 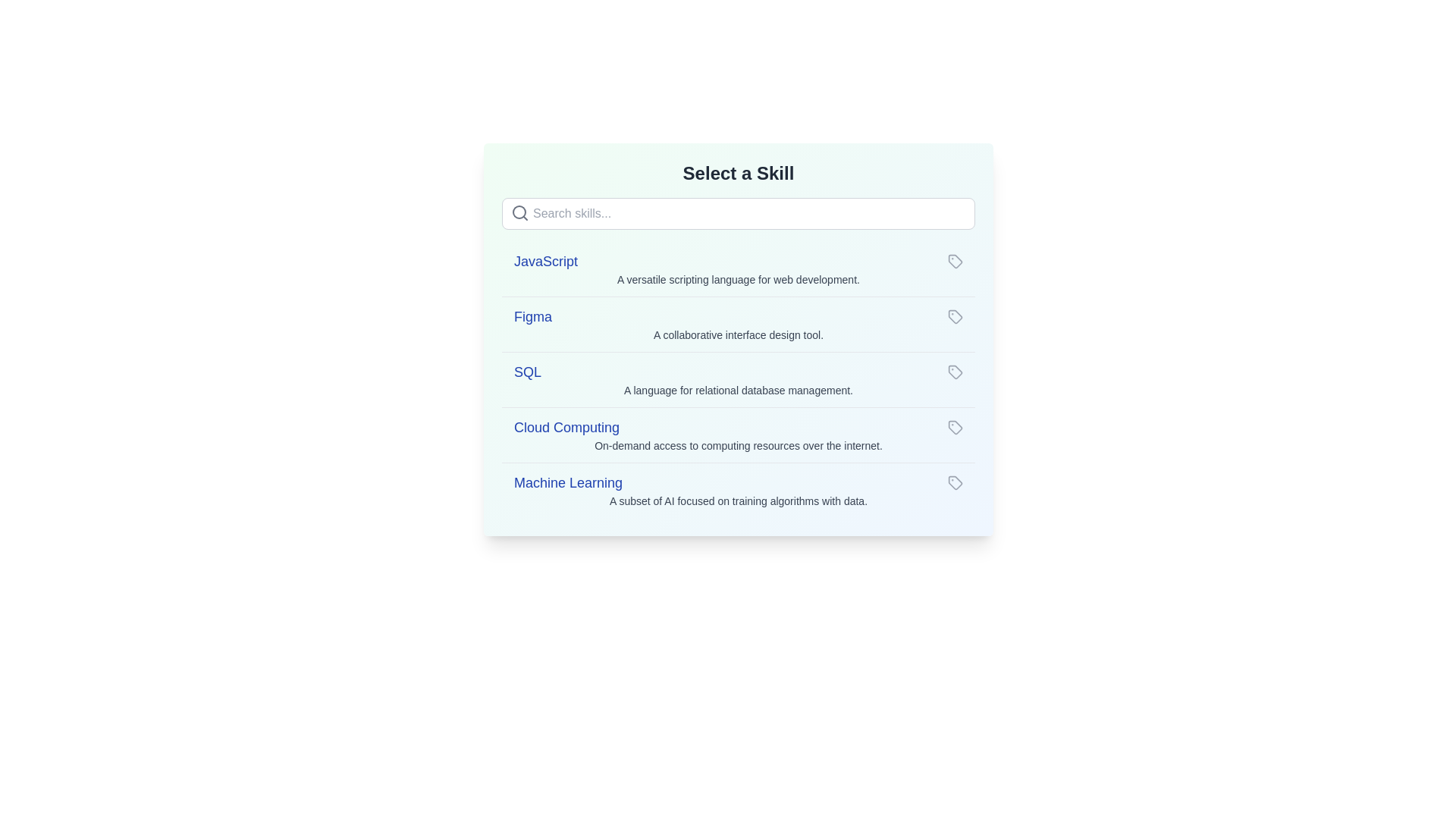 I want to click on the SVG icon that visually represents the 'Figma' list item, which is located to the right of the text 'Figma' in the skills list, so click(x=954, y=315).